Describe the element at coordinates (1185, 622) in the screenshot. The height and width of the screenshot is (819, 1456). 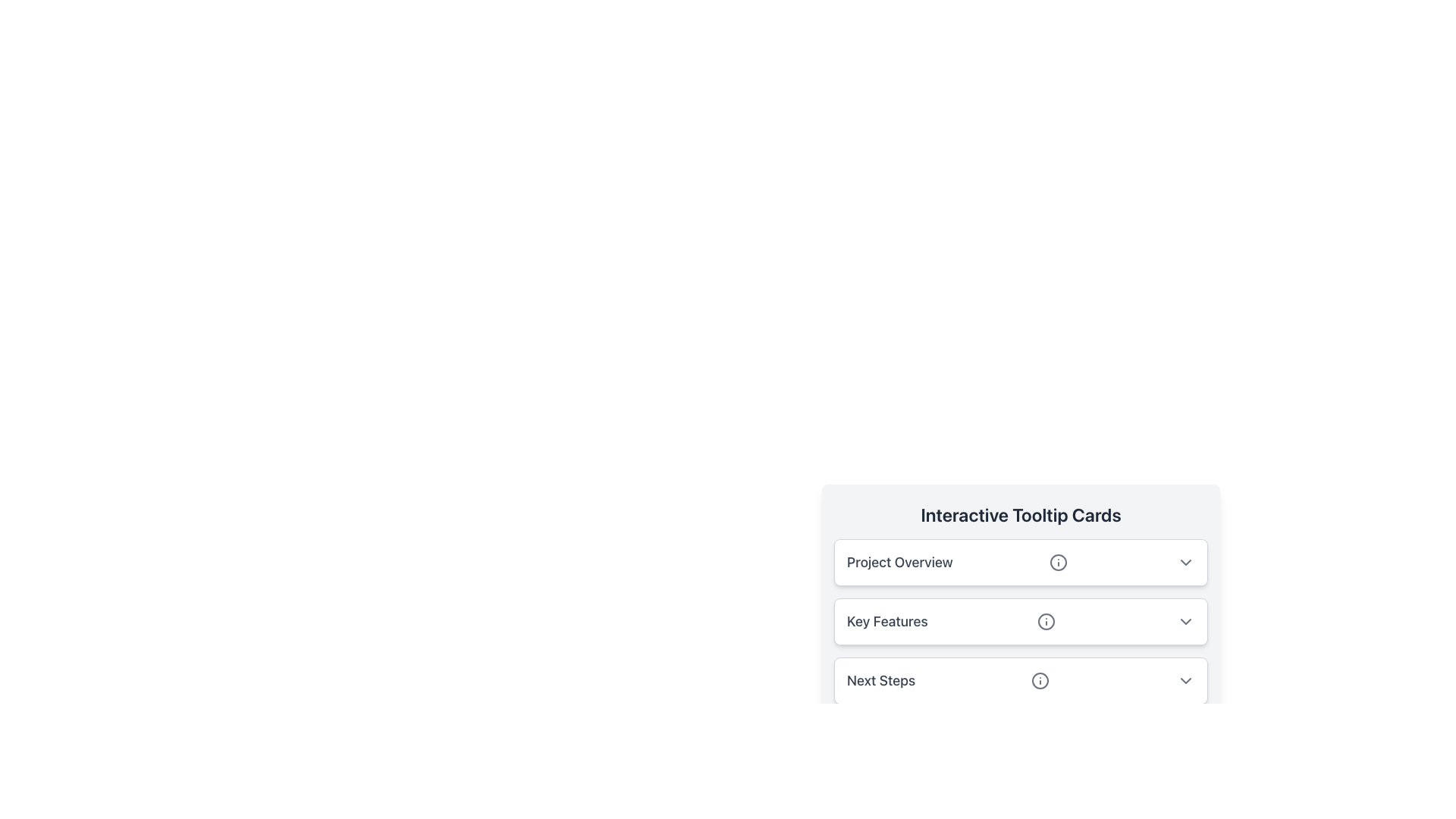
I see `the Dropdown Toggle Button located at the far right of the 'Key Features' section header in the 'Interactive Tooltip Cards' panel` at that location.